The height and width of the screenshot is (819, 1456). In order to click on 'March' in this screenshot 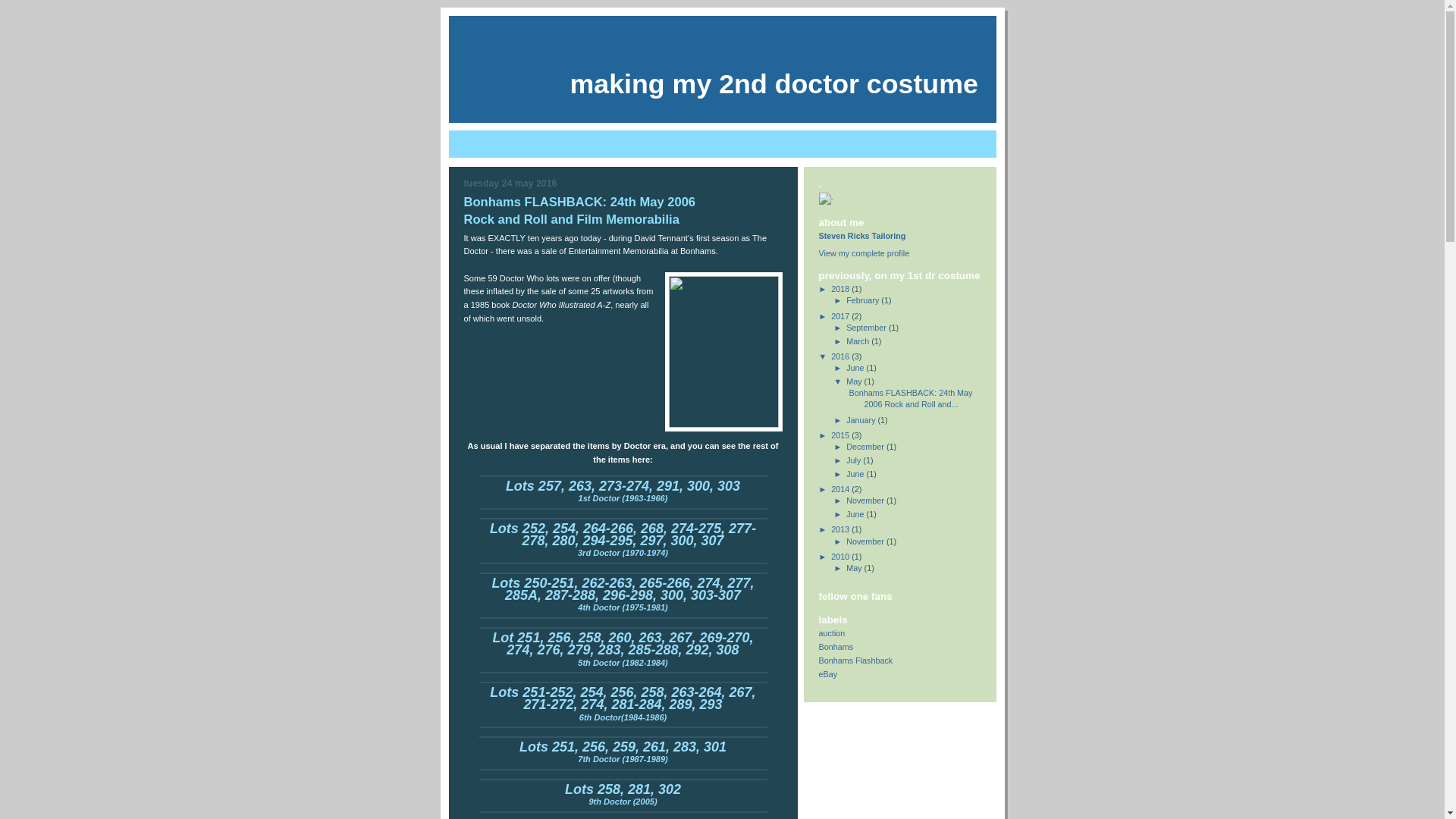, I will do `click(858, 341)`.